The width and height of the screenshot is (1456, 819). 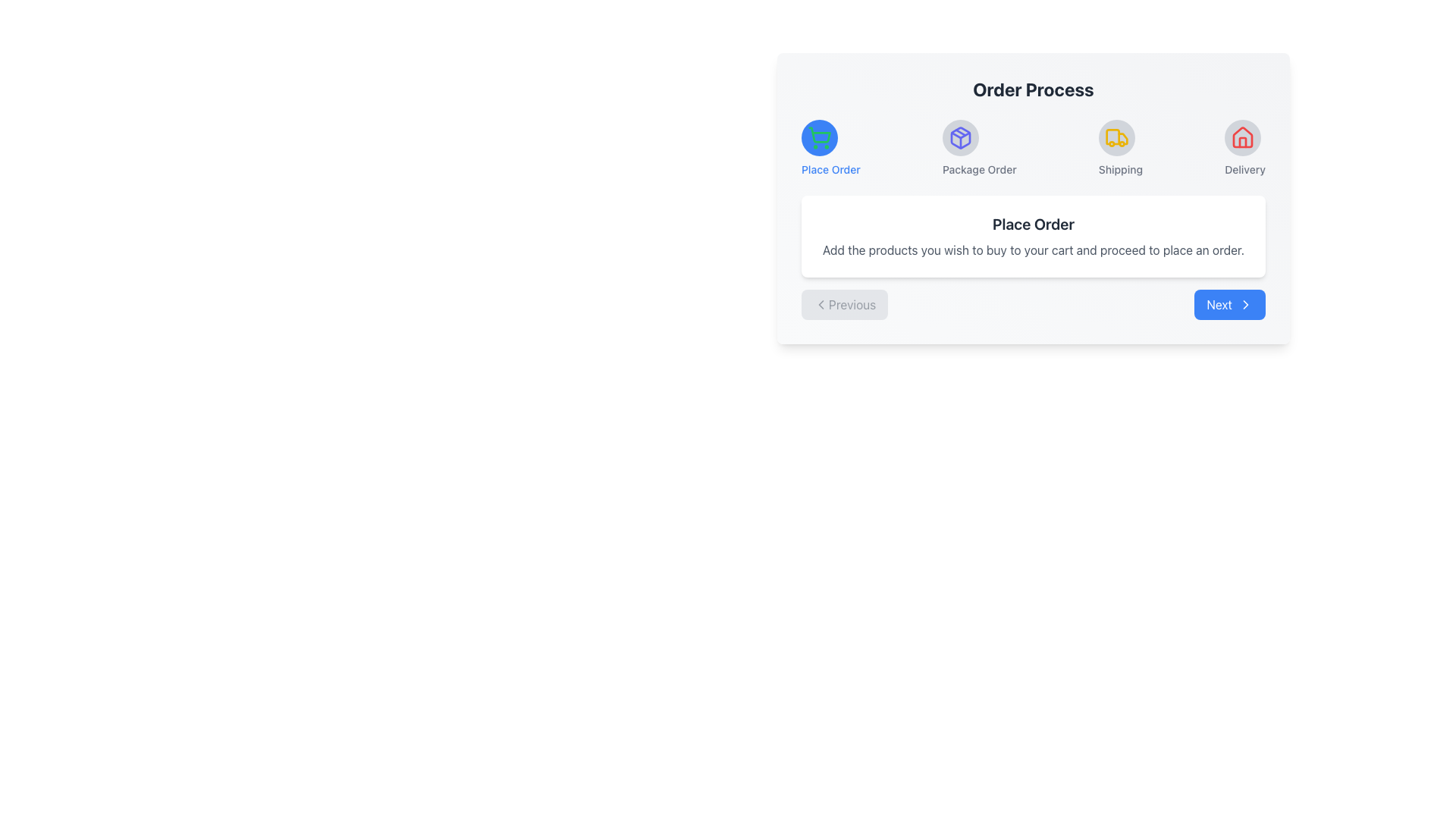 I want to click on the blue circular icon with a green shopping cart symbol above the text 'Place Order', so click(x=830, y=149).